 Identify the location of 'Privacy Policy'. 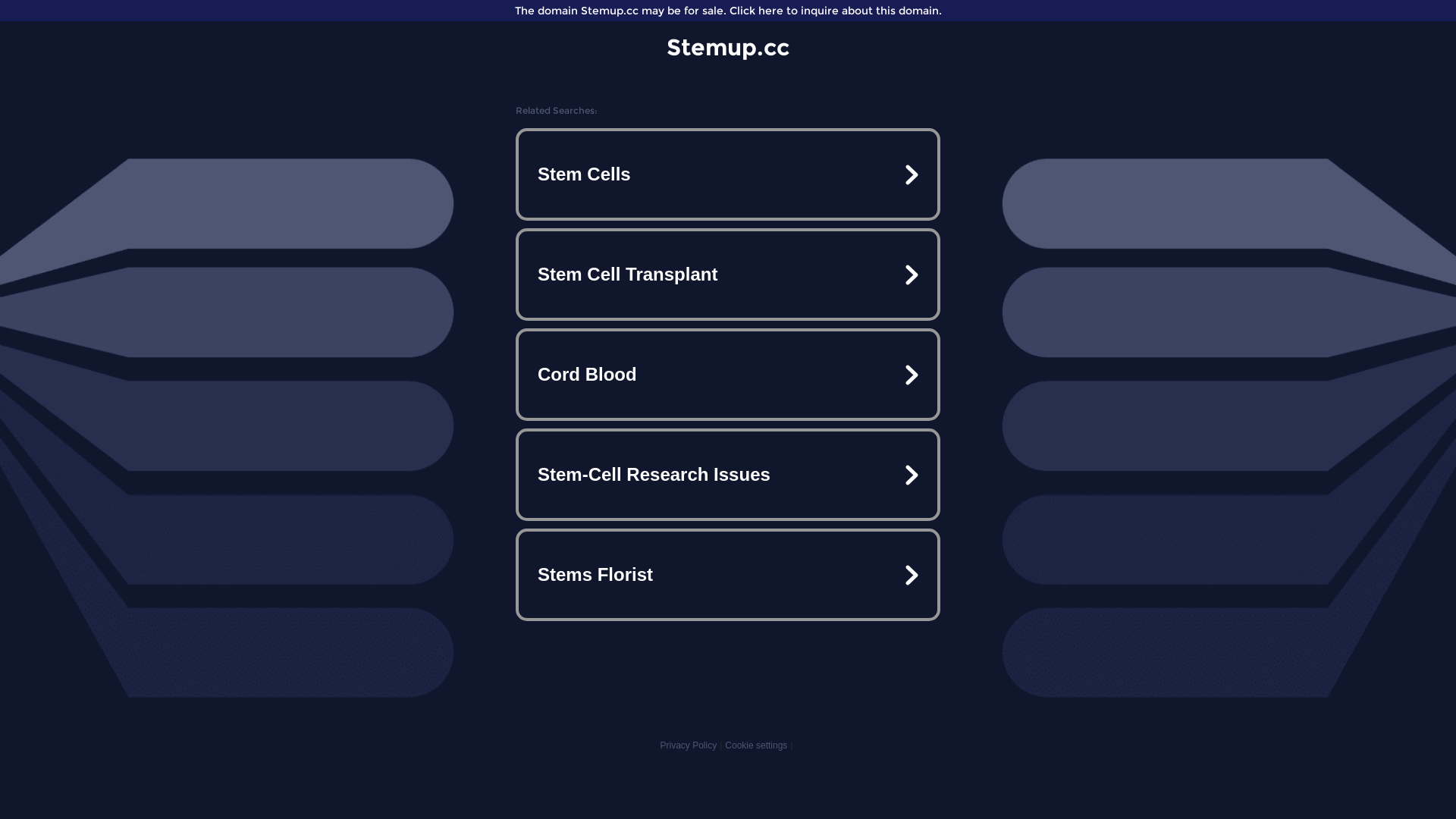
(687, 745).